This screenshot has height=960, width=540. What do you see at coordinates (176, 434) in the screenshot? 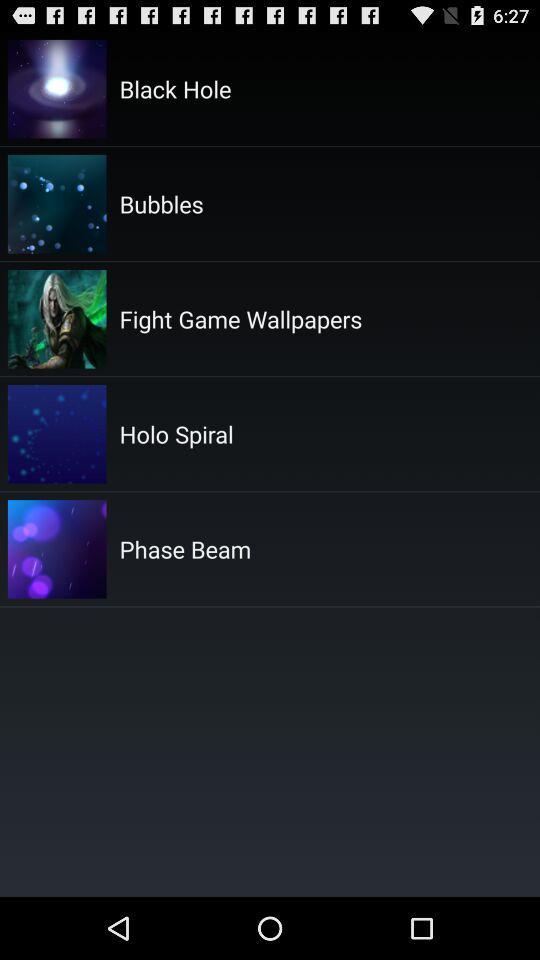
I see `the holo spiral icon` at bounding box center [176, 434].